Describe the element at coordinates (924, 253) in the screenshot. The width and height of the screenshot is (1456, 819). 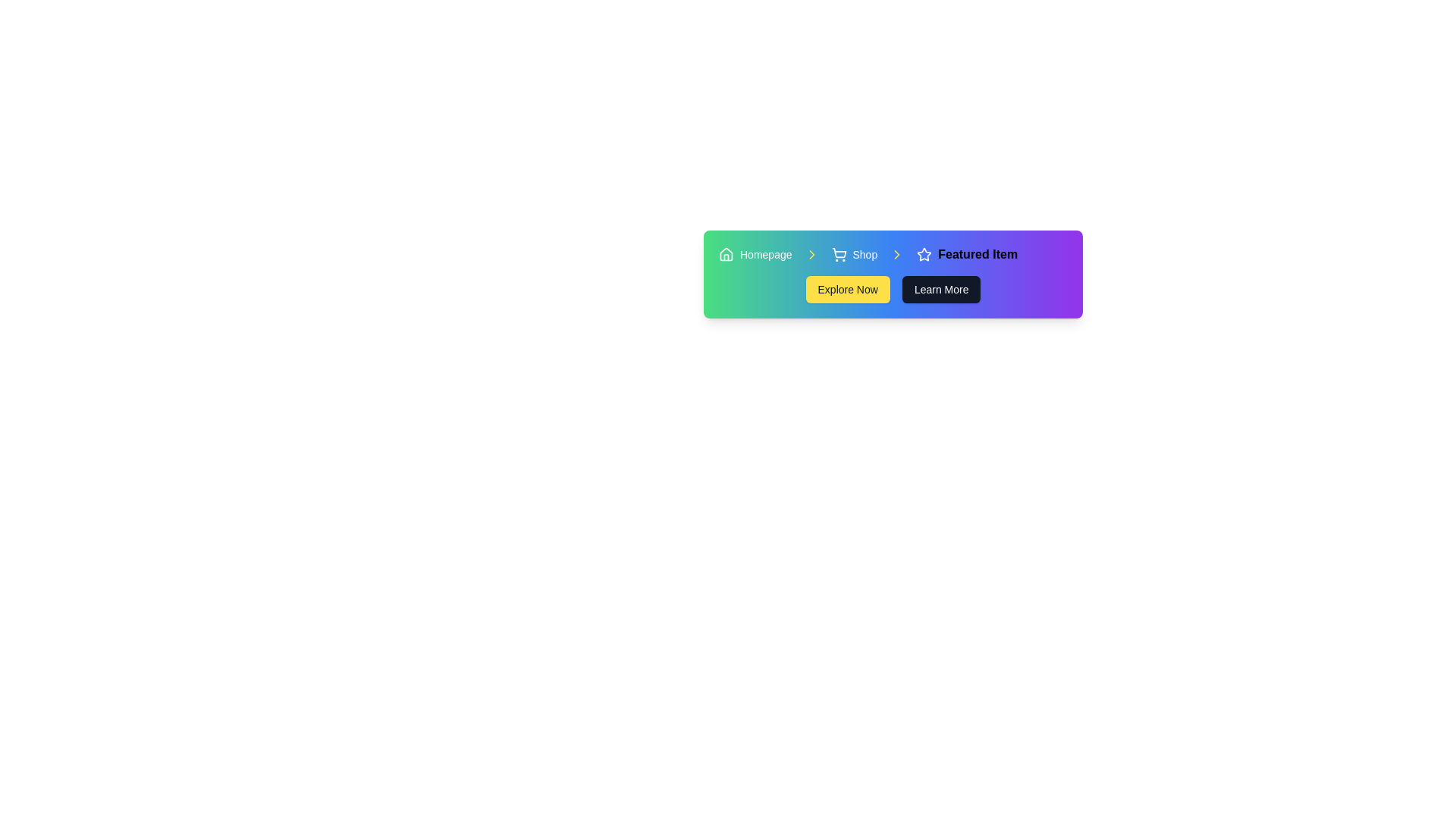
I see `the filled star-like graphic icon located in the breadcrumb navigation bar, situated between the 'Shop' section and the 'Featured Item' section` at that location.